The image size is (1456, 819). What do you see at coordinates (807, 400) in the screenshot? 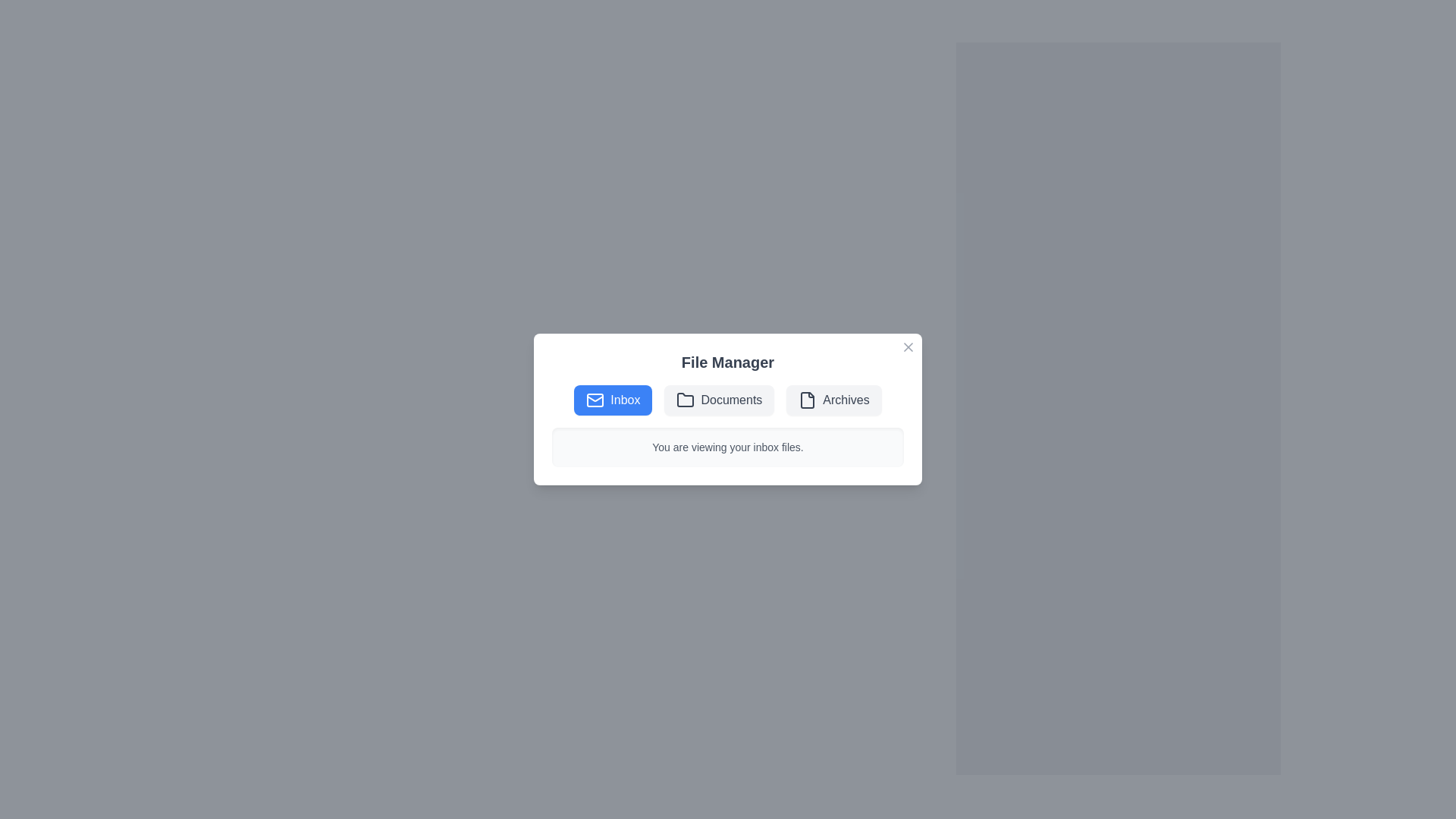
I see `the file icon within the 'Archives' button in the 'File Manager' modal to switch to the archives section` at bounding box center [807, 400].